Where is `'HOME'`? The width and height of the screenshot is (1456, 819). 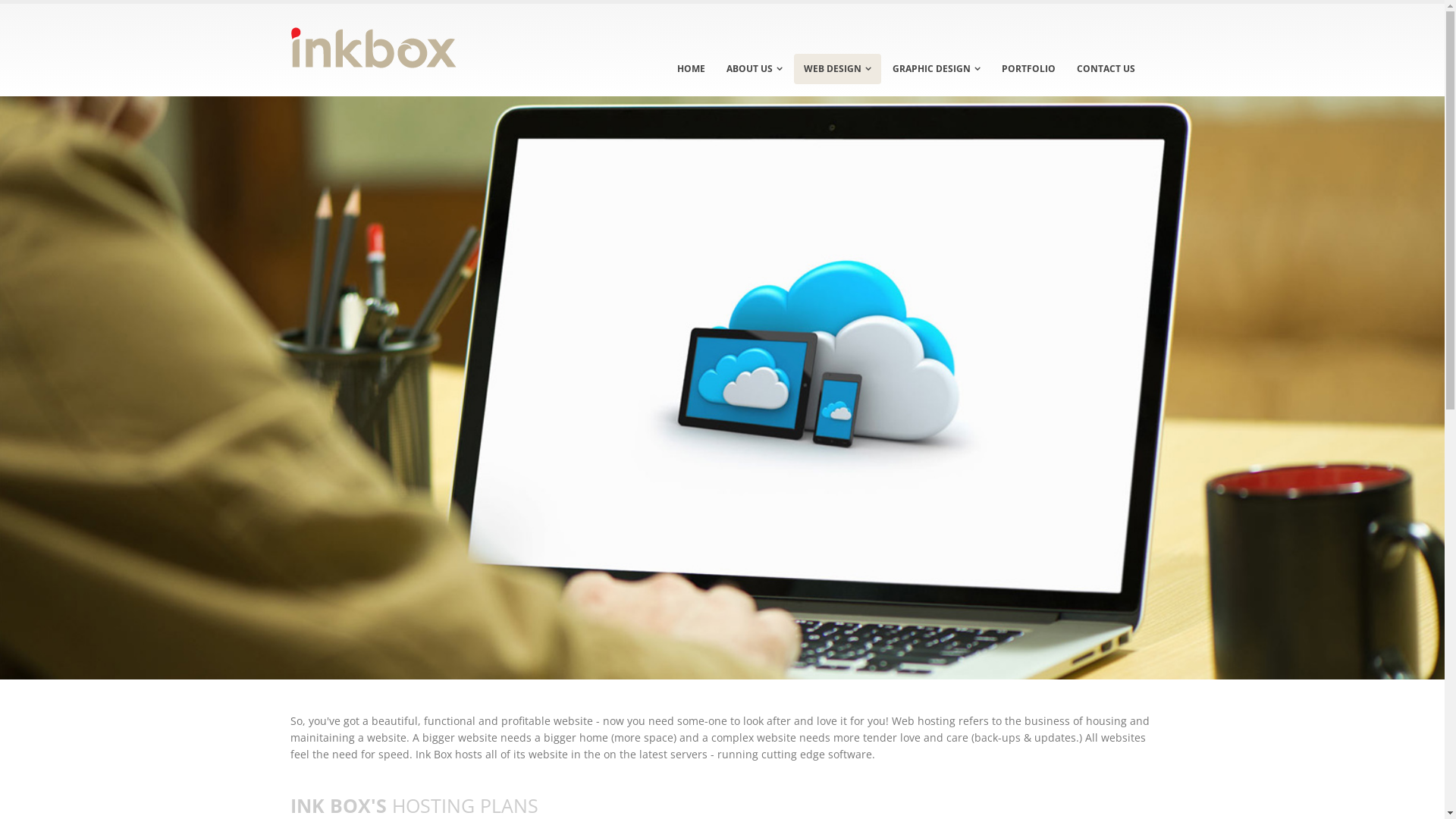 'HOME' is located at coordinates (667, 69).